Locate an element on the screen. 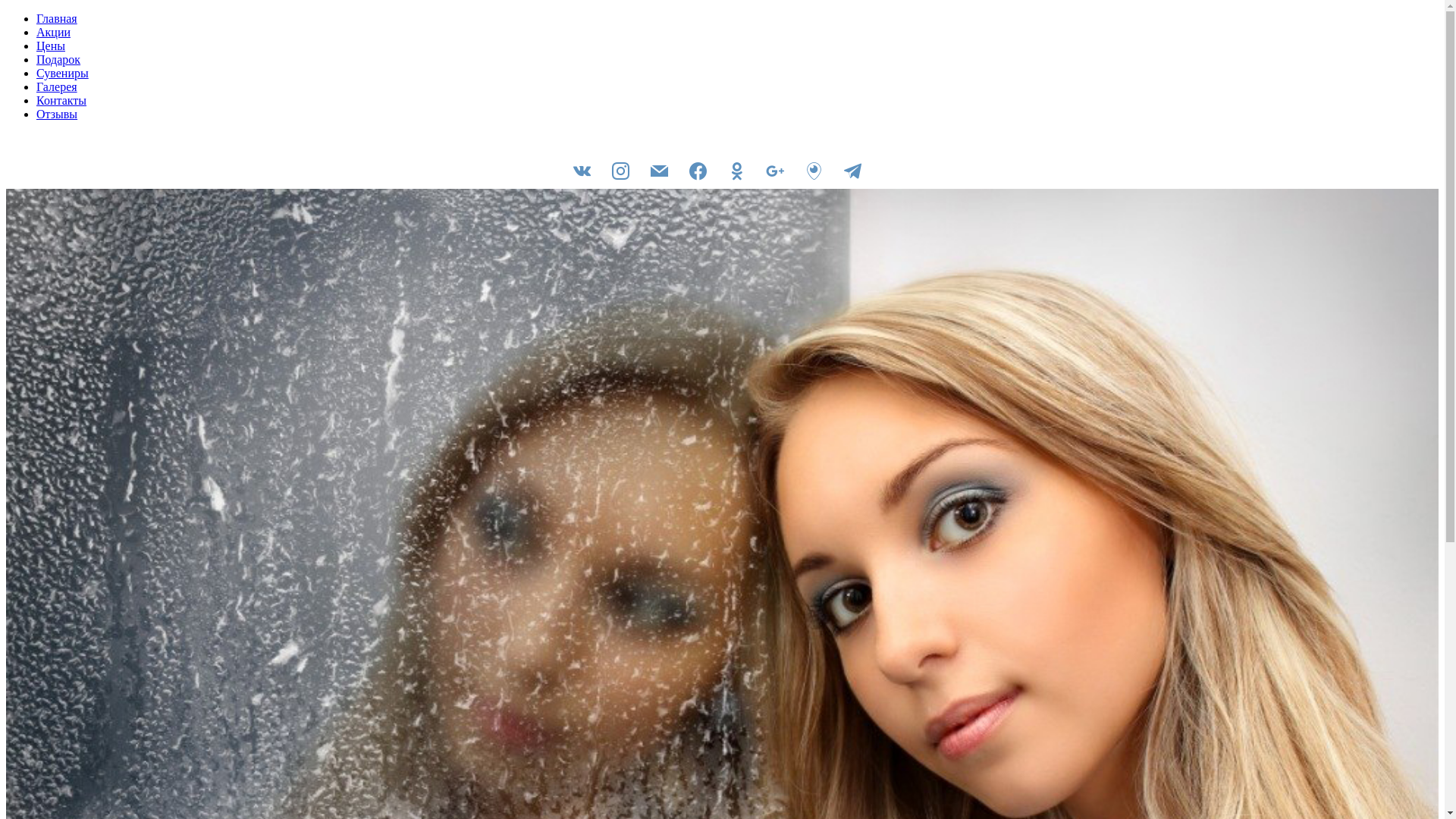 The width and height of the screenshot is (1456, 819). 'vkontakte' is located at coordinates (581, 169).